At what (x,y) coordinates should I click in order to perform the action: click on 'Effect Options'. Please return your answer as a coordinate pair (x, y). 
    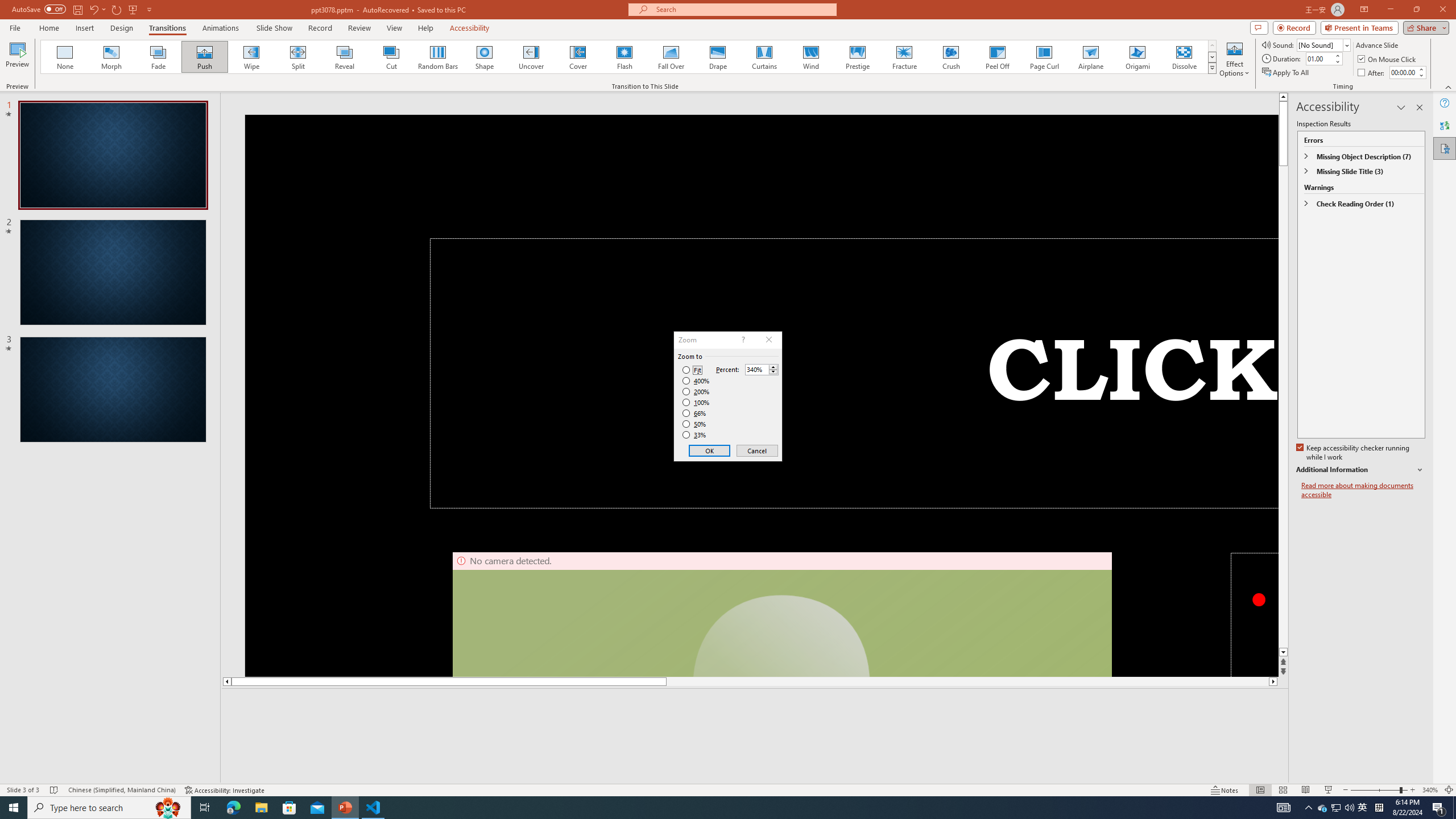
    Looking at the image, I should click on (1234, 59).